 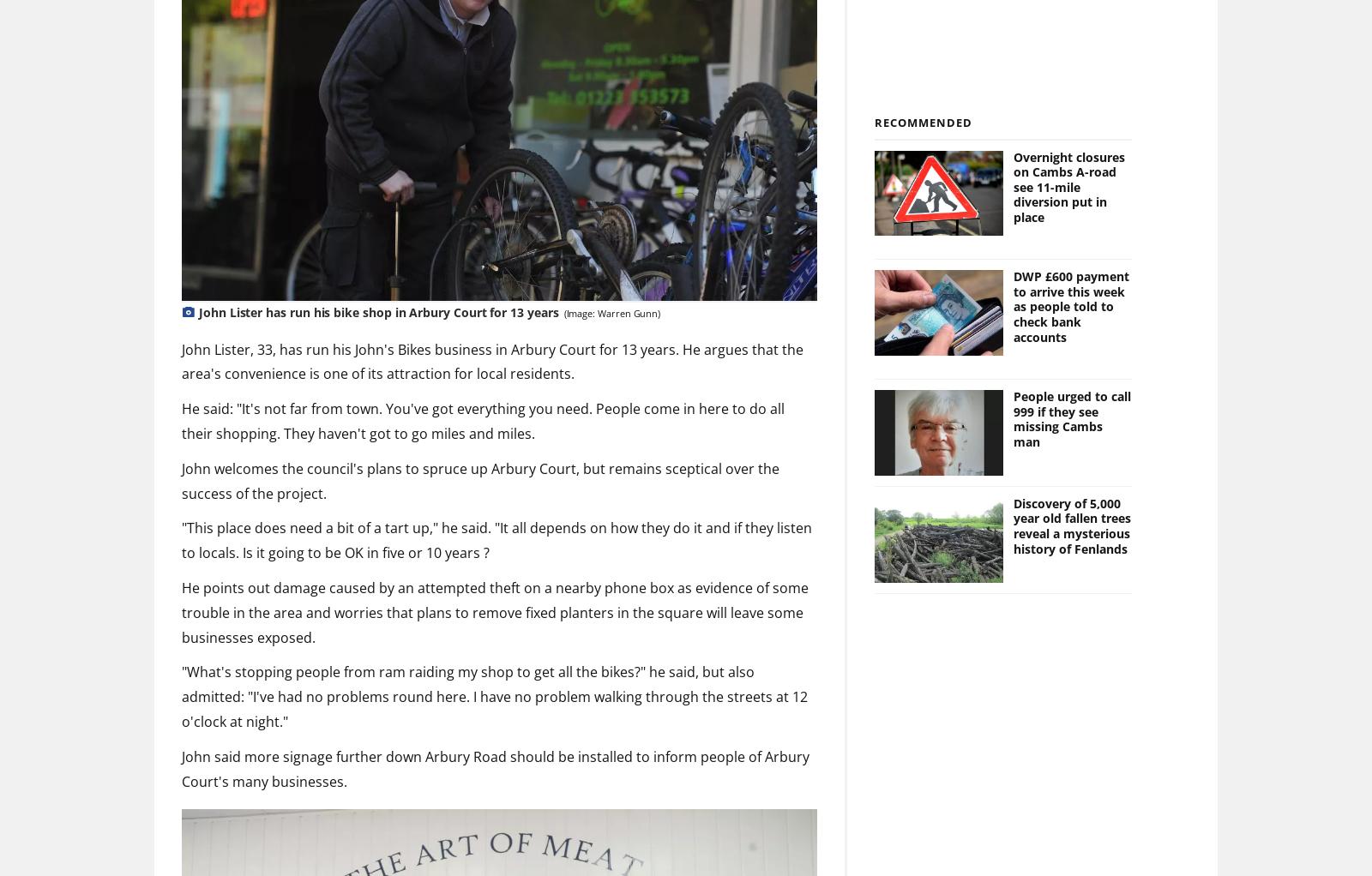 What do you see at coordinates (494, 767) in the screenshot?
I see `'John said more signage further down Arbury Road should be installed to inform people of Arbury Court's many businesses.'` at bounding box center [494, 767].